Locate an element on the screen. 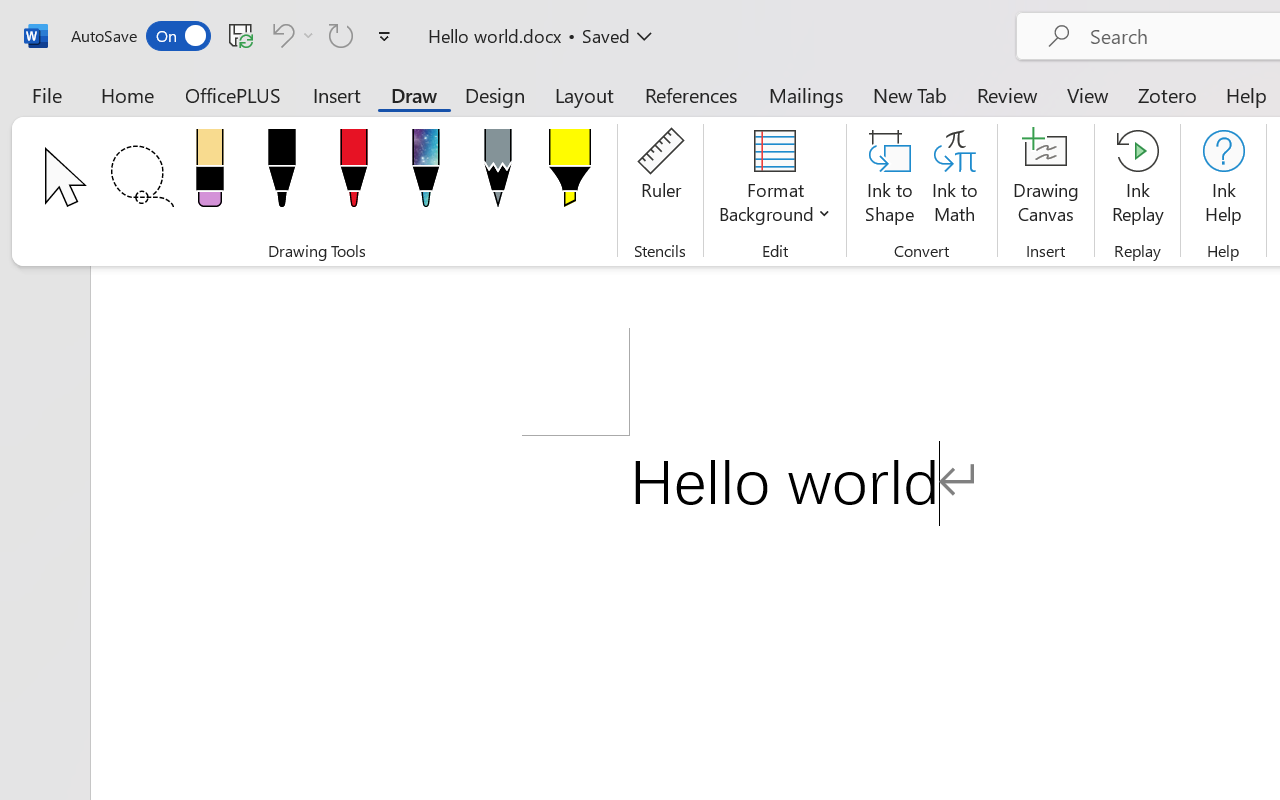 The image size is (1280, 800). 'Insert' is located at coordinates (337, 94).